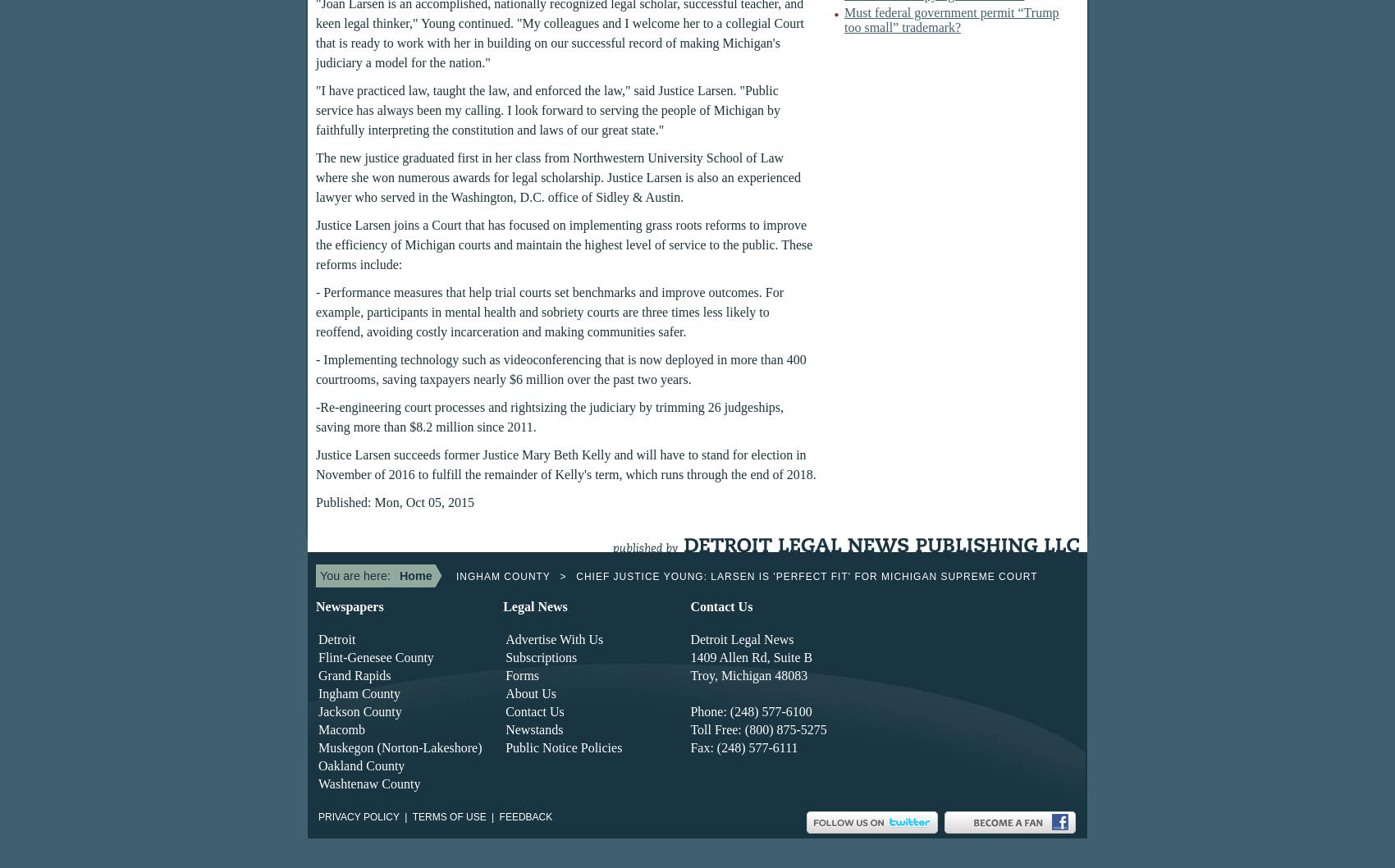  I want to click on 'Chief Justice Young: Larsen is 'perfect fit' for Michigan Supreme Court', so click(805, 576).